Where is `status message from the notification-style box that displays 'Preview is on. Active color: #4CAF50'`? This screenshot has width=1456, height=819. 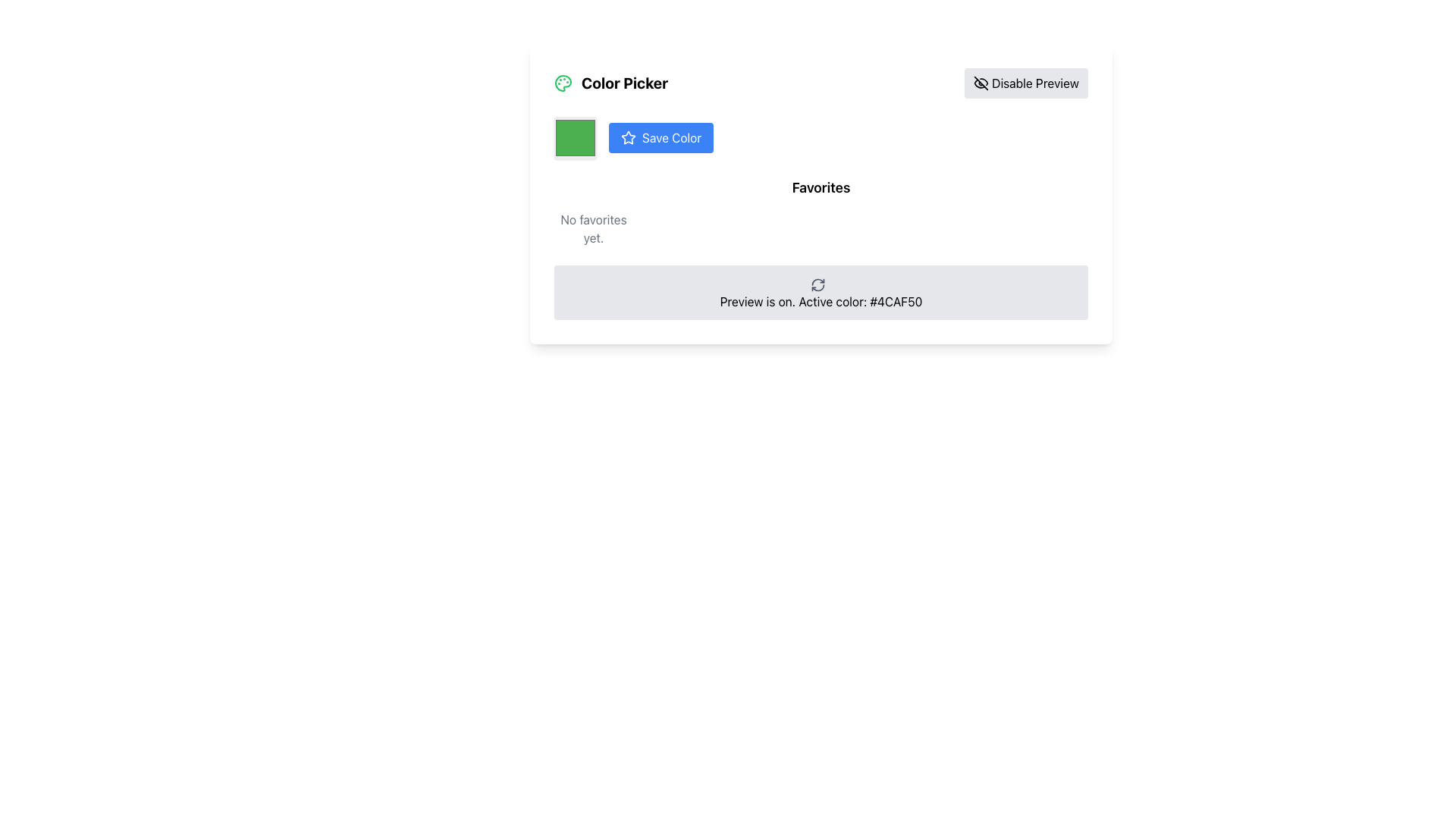
status message from the notification-style box that displays 'Preview is on. Active color: #4CAF50' is located at coordinates (821, 292).